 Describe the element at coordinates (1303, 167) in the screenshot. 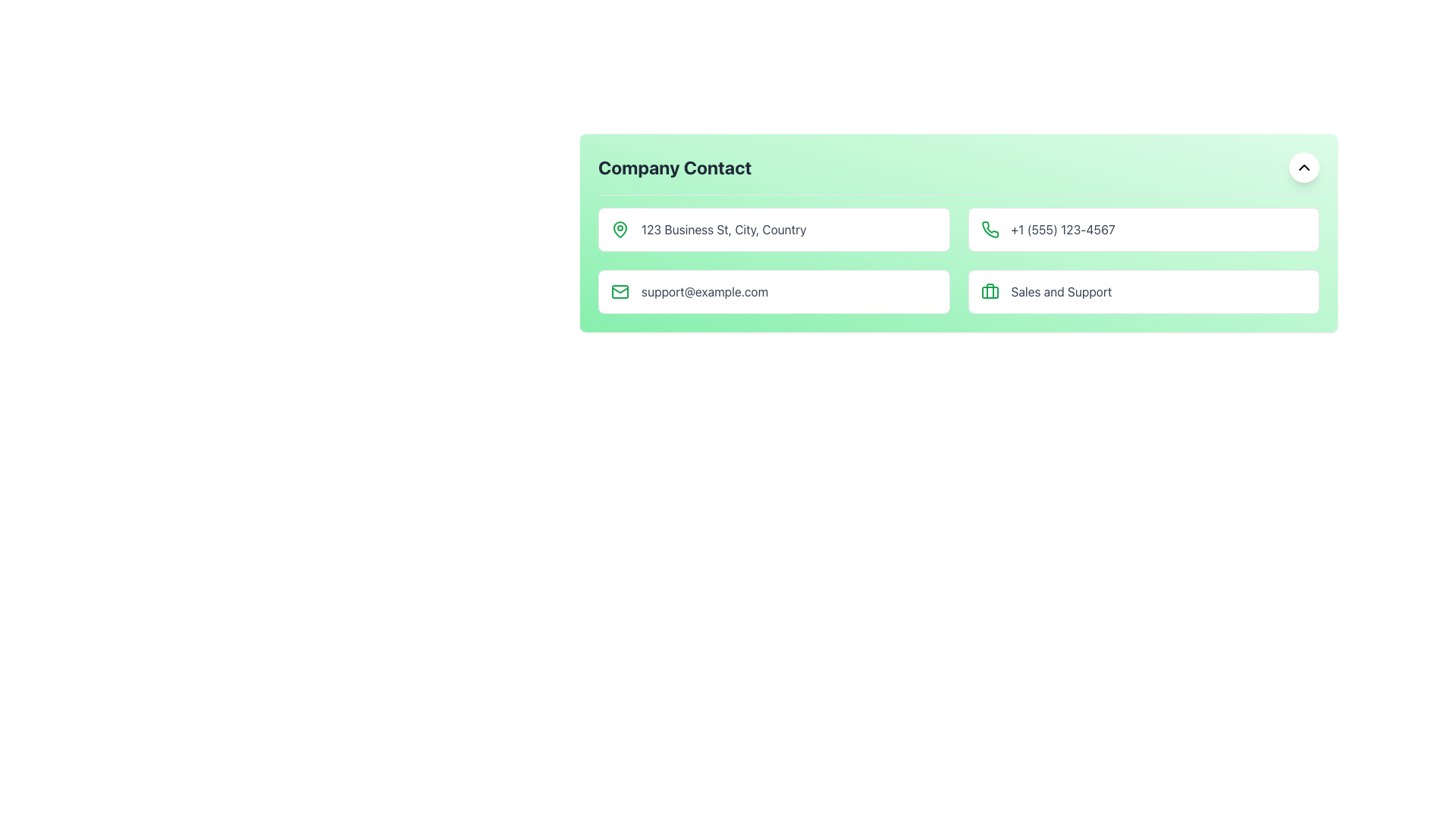

I see `the toggle button for the 'Company Contact' section` at that location.